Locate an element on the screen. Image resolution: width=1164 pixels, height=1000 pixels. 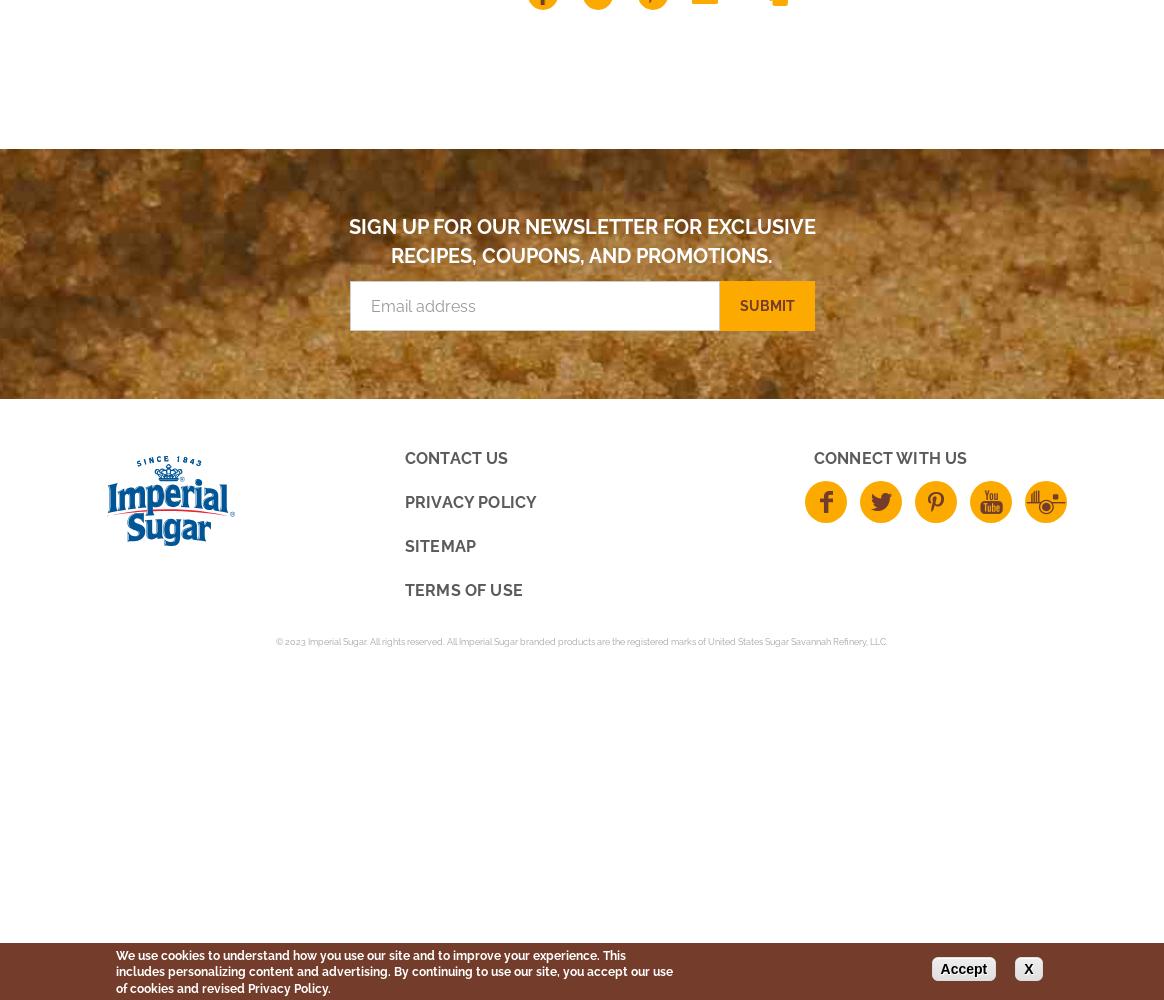
'X' is located at coordinates (1027, 967).